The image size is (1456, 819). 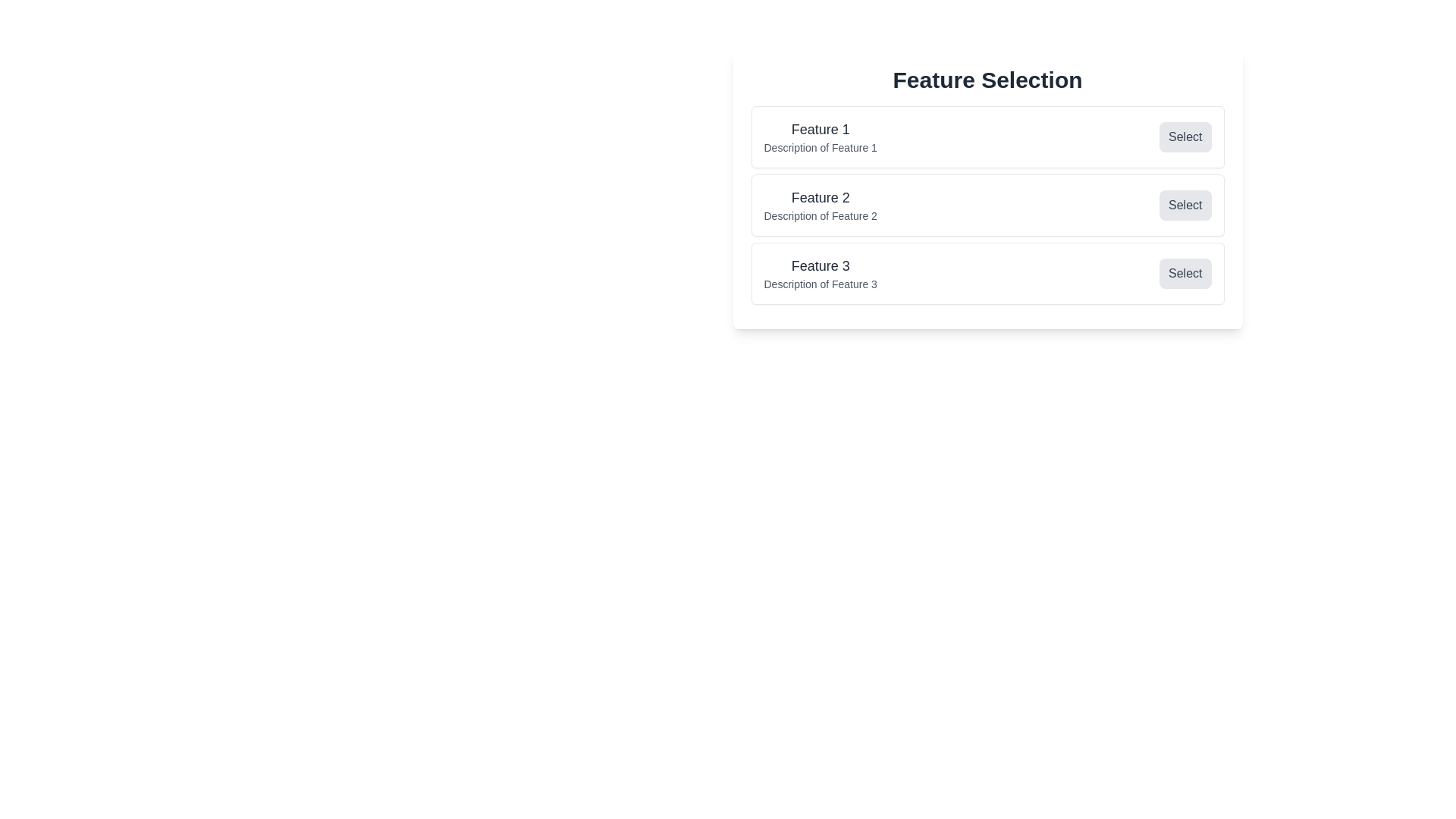 What do you see at coordinates (820, 205) in the screenshot?
I see `the text label that describes 'Feature 2', which is positioned below 'Feature 1' and above 'Feature 3' in the 'Feature Selection' list` at bounding box center [820, 205].